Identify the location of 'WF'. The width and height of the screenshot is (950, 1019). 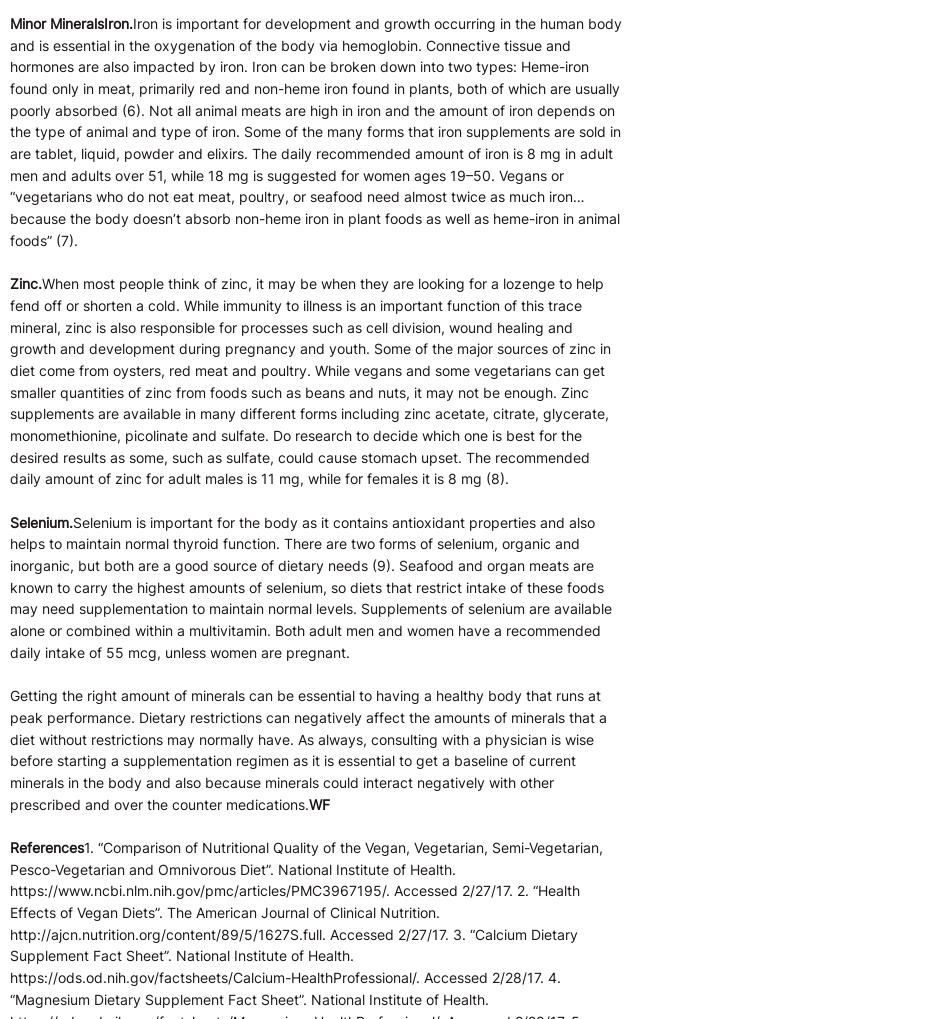
(318, 803).